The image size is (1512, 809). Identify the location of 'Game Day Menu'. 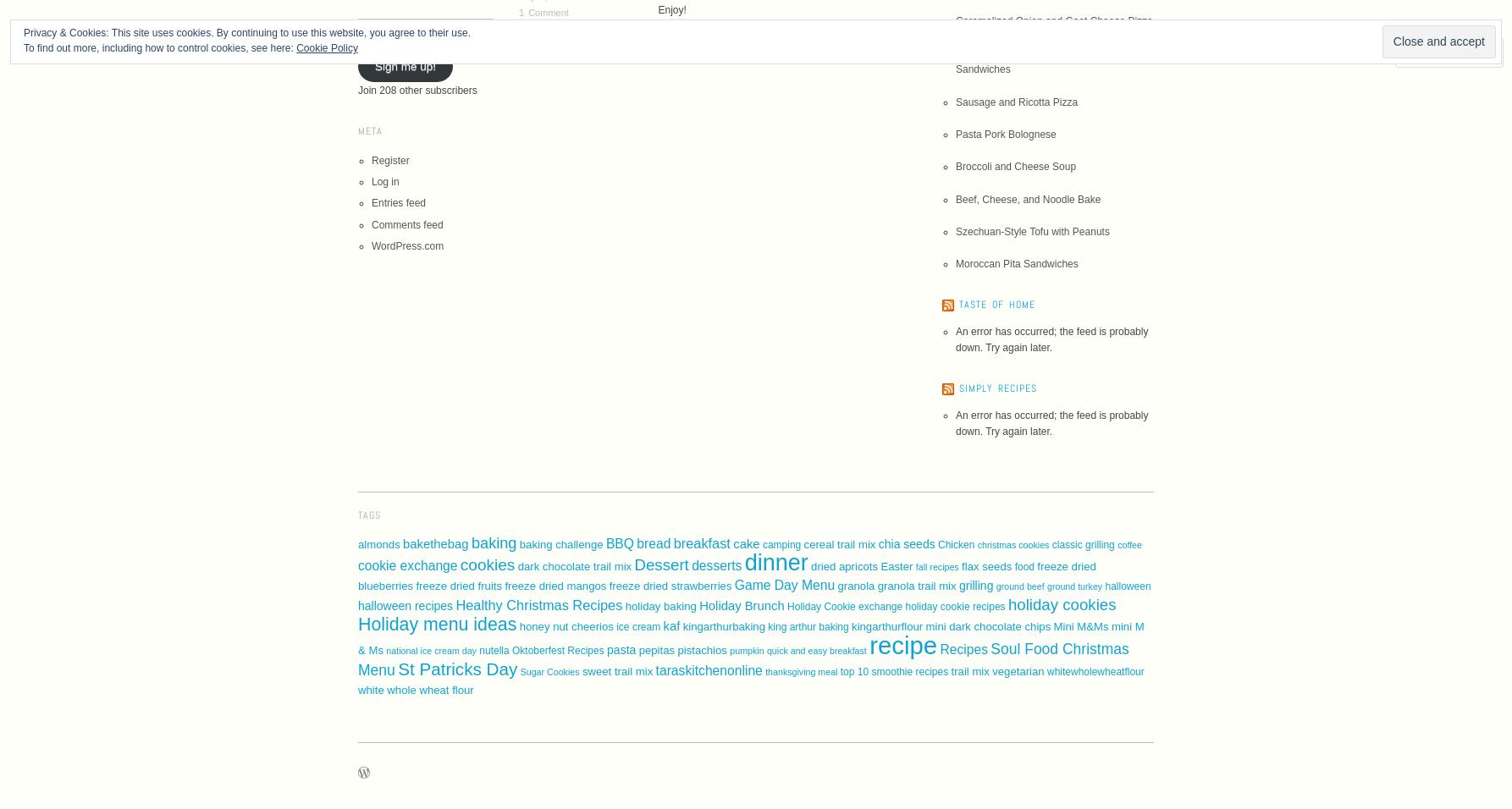
(784, 585).